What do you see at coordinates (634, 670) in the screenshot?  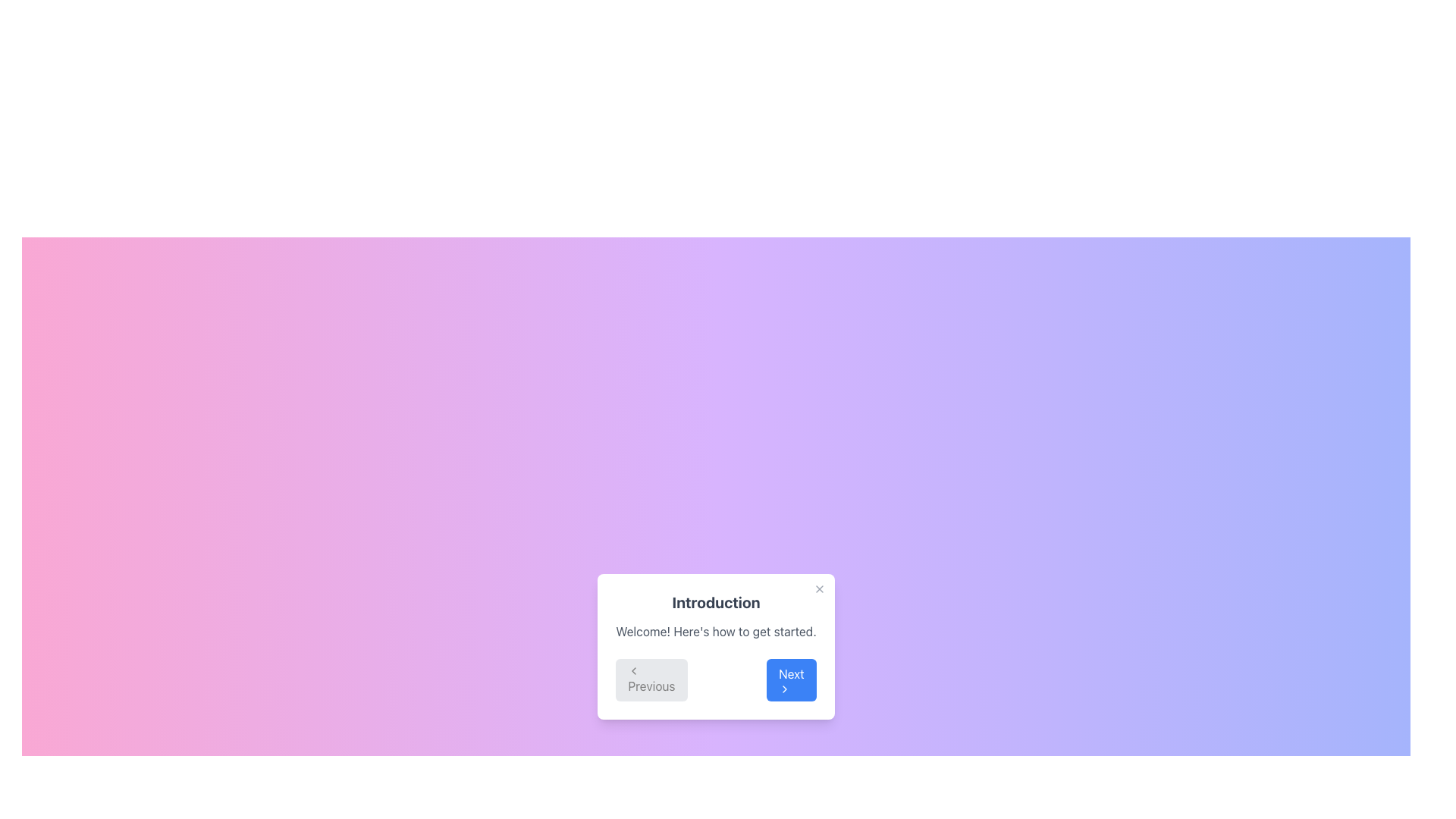 I see `the backward action icon located to the left of the 'Previous' button in the modal, indicating a navigation to the previous step` at bounding box center [634, 670].